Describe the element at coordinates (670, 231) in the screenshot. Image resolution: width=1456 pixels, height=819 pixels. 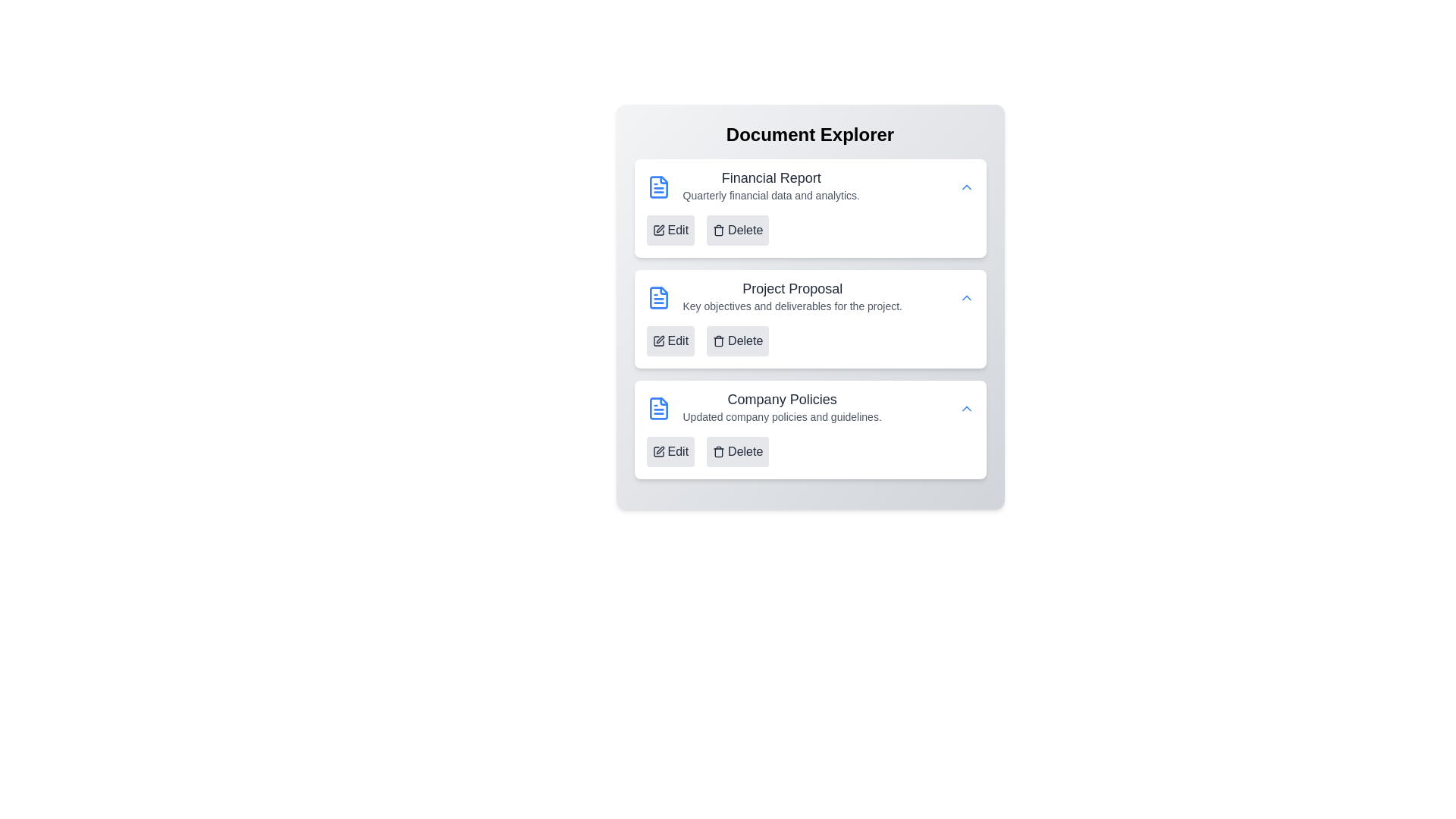
I see `the 'Edit' button for the document titled Financial Report` at that location.